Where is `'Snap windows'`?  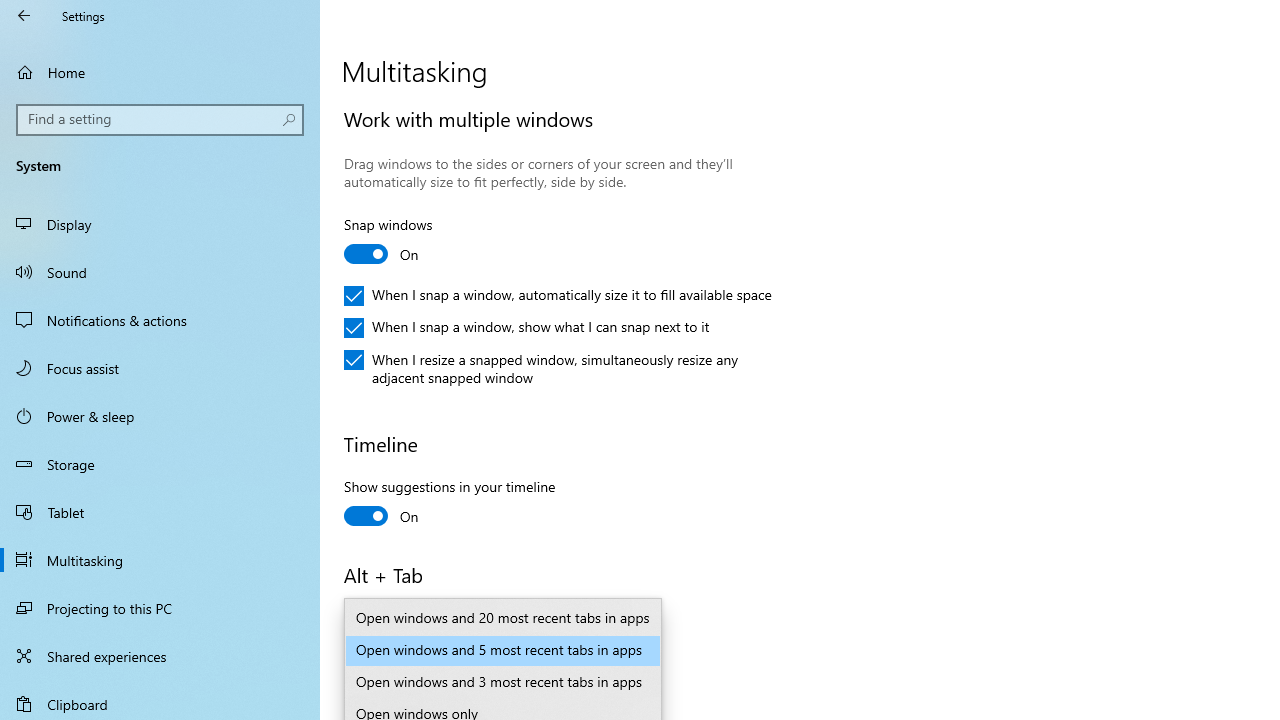
'Snap windows' is located at coordinates (416, 241).